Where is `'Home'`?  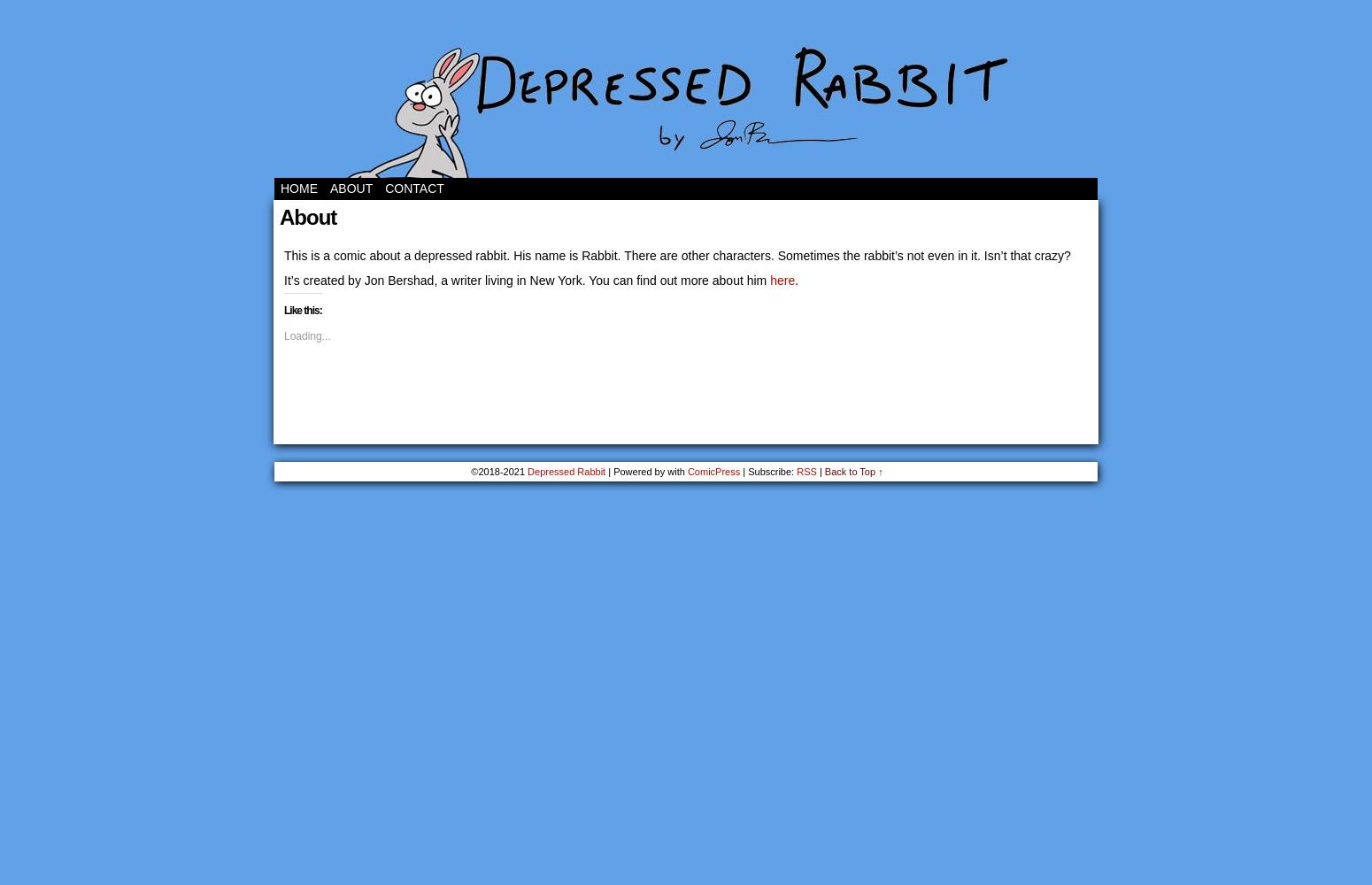 'Home' is located at coordinates (298, 188).